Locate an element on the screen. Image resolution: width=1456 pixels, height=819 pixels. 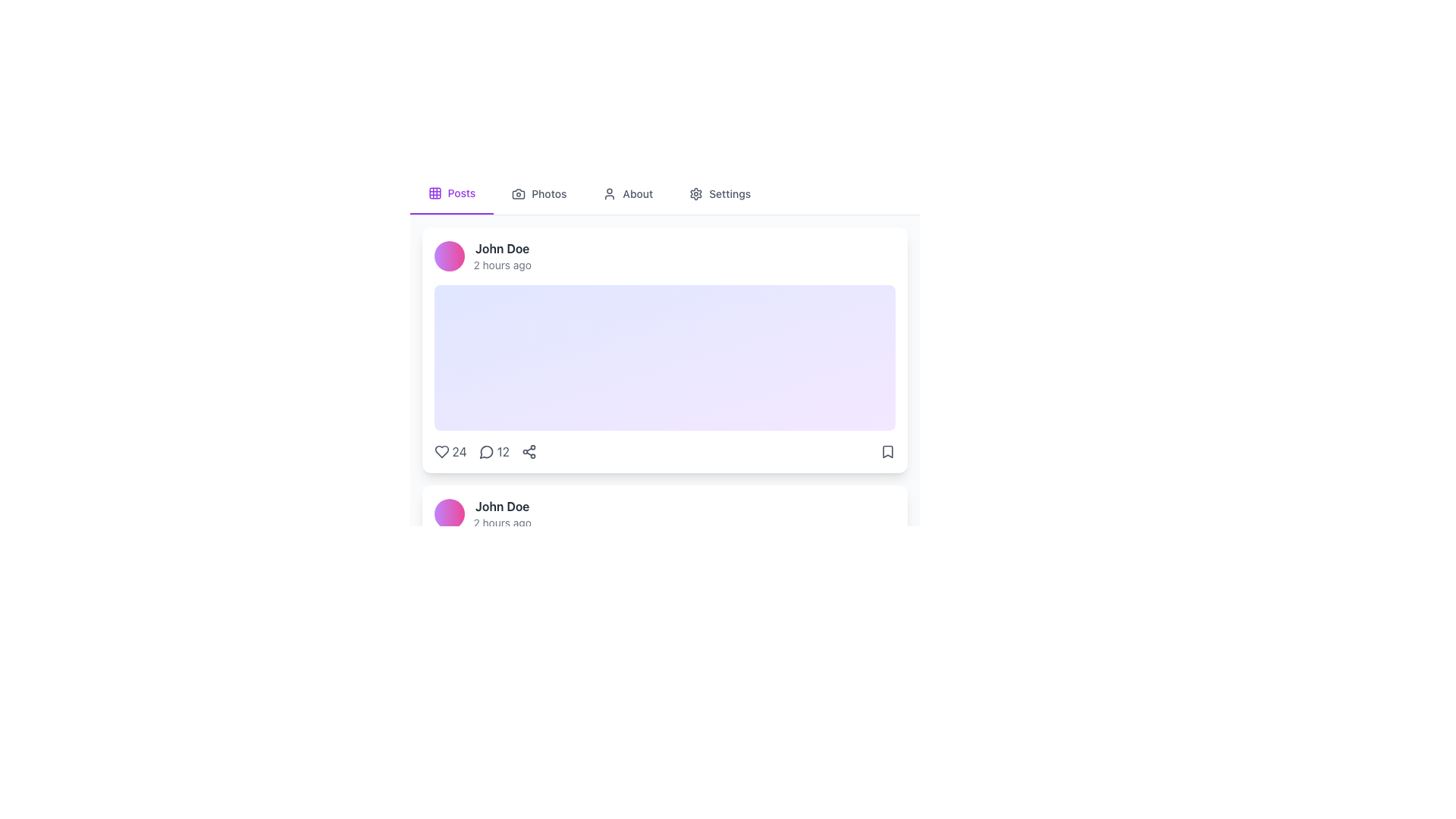
the timestamp text label located below and slightly to the right of 'John Doe' in the first post header is located at coordinates (502, 265).